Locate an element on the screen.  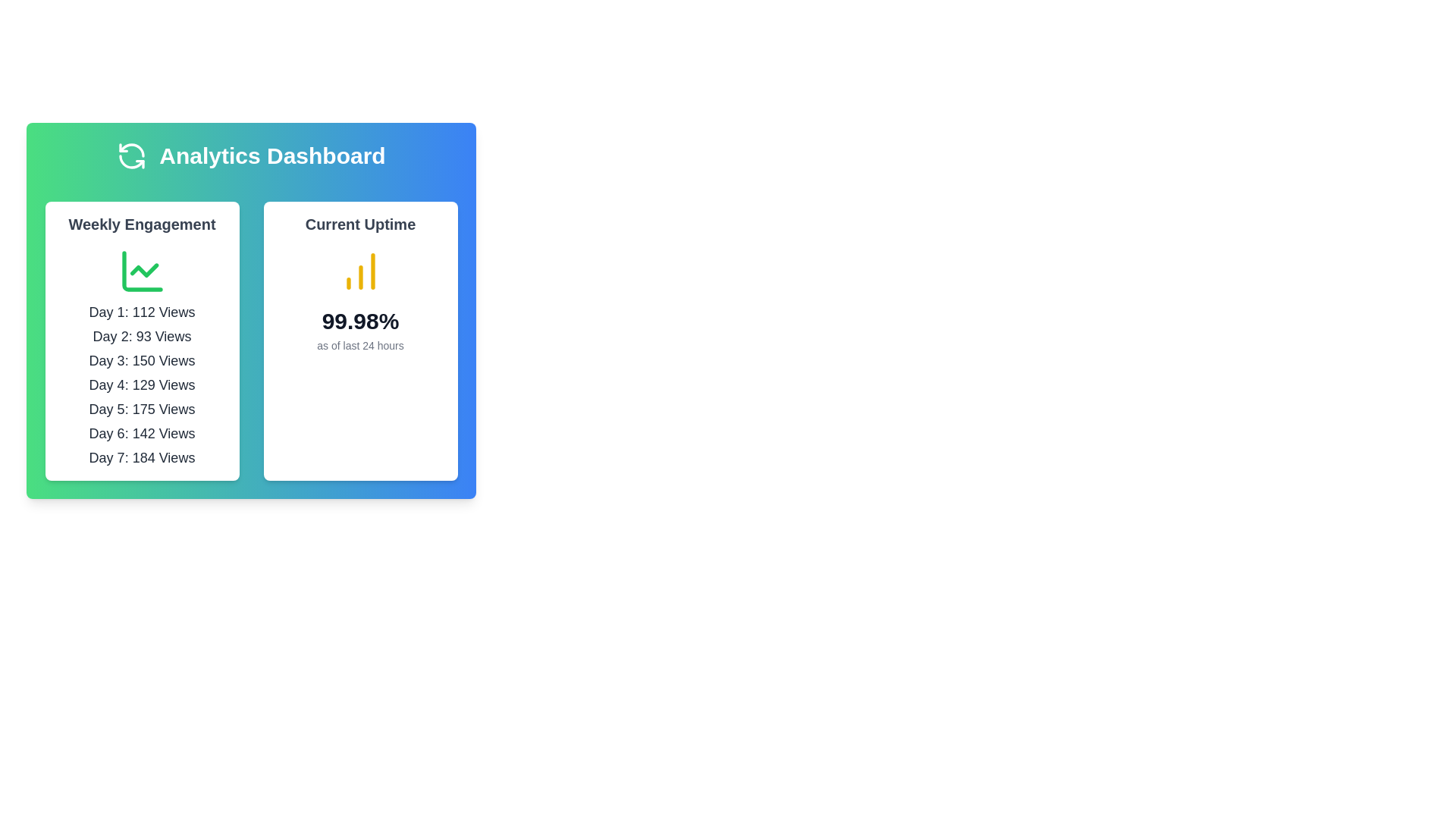
the text label that reads 'Day 2: 93 Views', which is the second item in the 'Weekly Engagement' section on the left side of the interface is located at coordinates (142, 335).